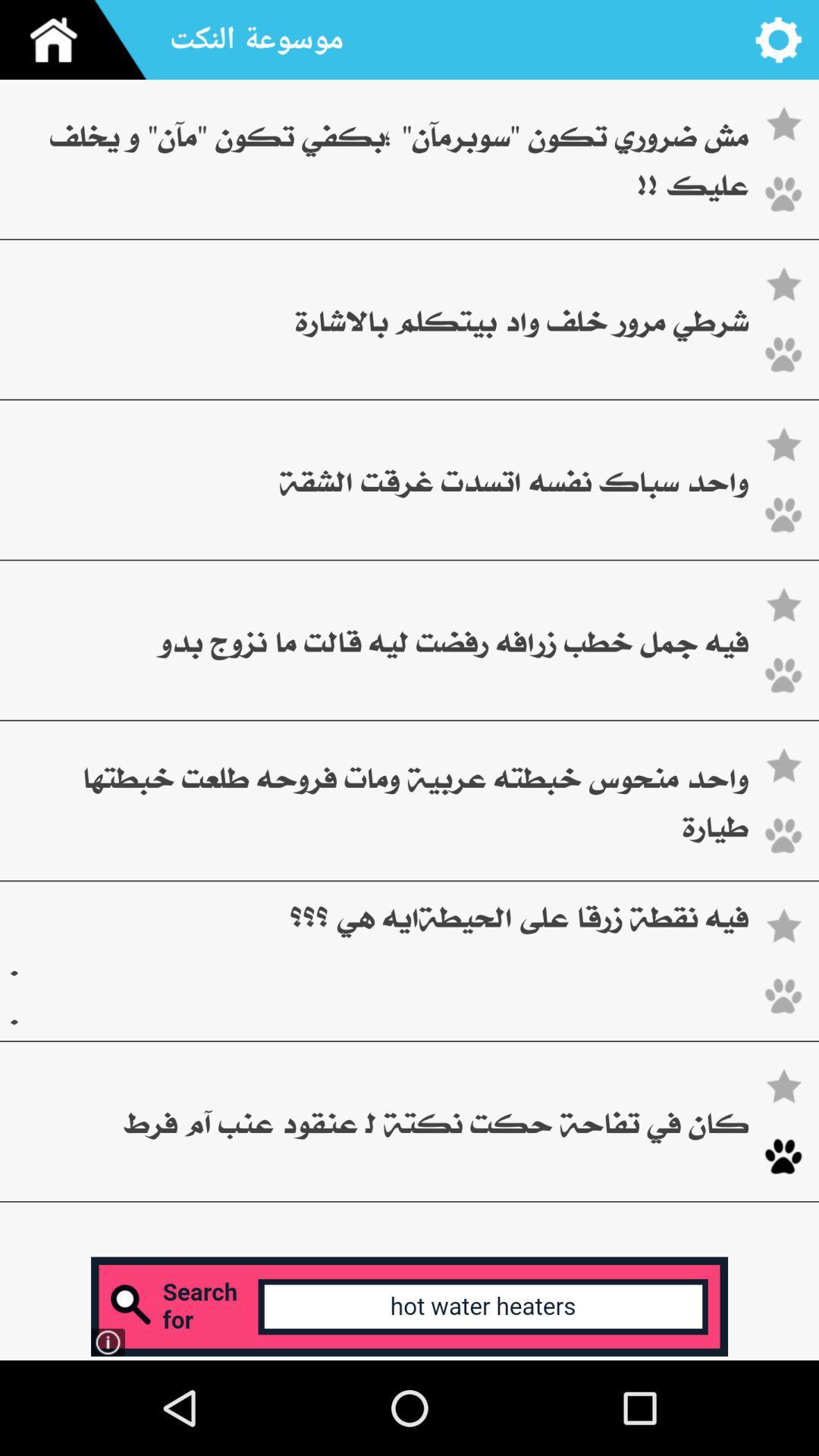 Image resolution: width=819 pixels, height=1456 pixels. I want to click on input search term, so click(409, 1306).